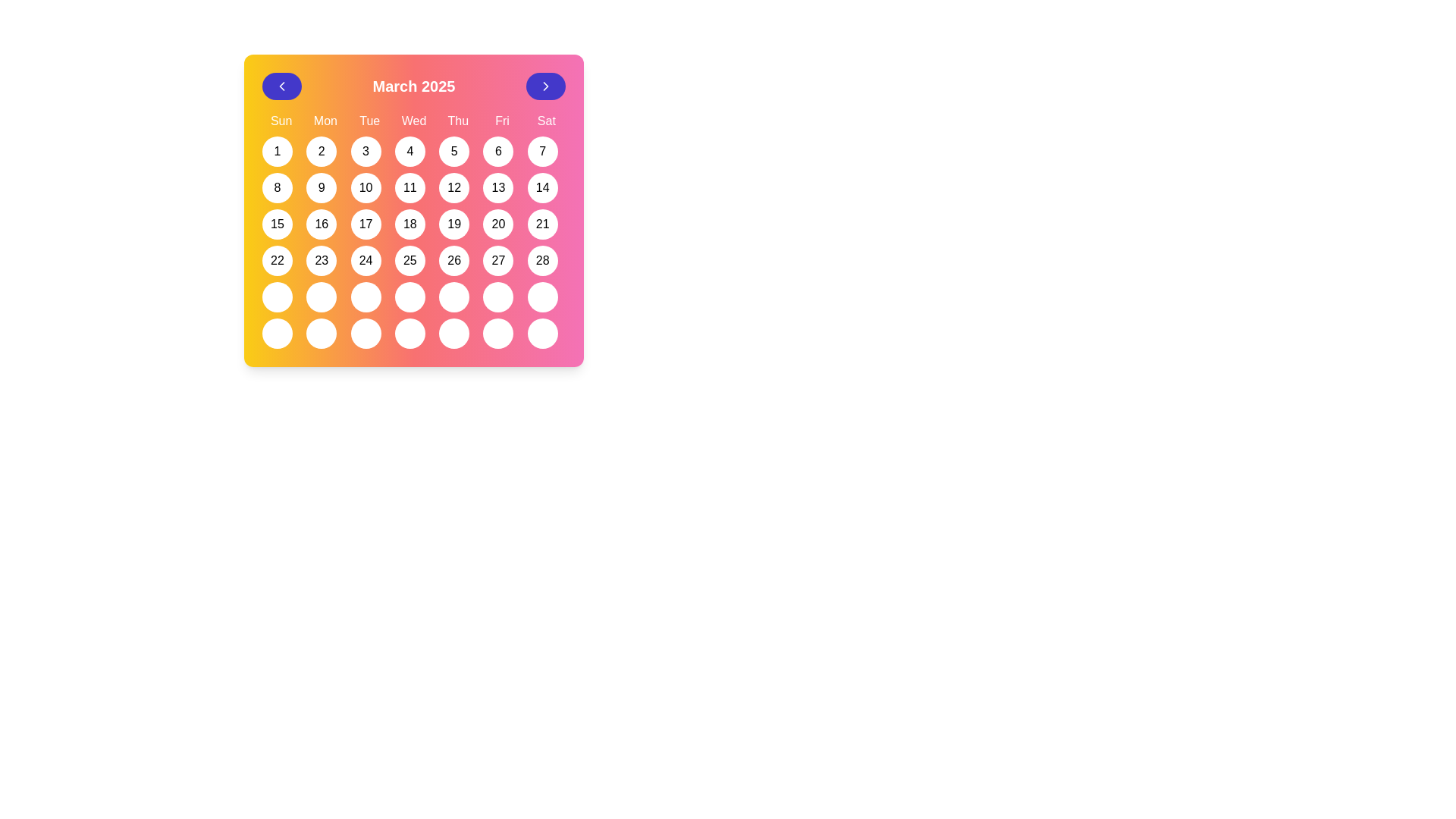  What do you see at coordinates (542, 152) in the screenshot?
I see `the circular button displaying the number '7' with a white background located under the 'Sat' column in the calendar layout` at bounding box center [542, 152].